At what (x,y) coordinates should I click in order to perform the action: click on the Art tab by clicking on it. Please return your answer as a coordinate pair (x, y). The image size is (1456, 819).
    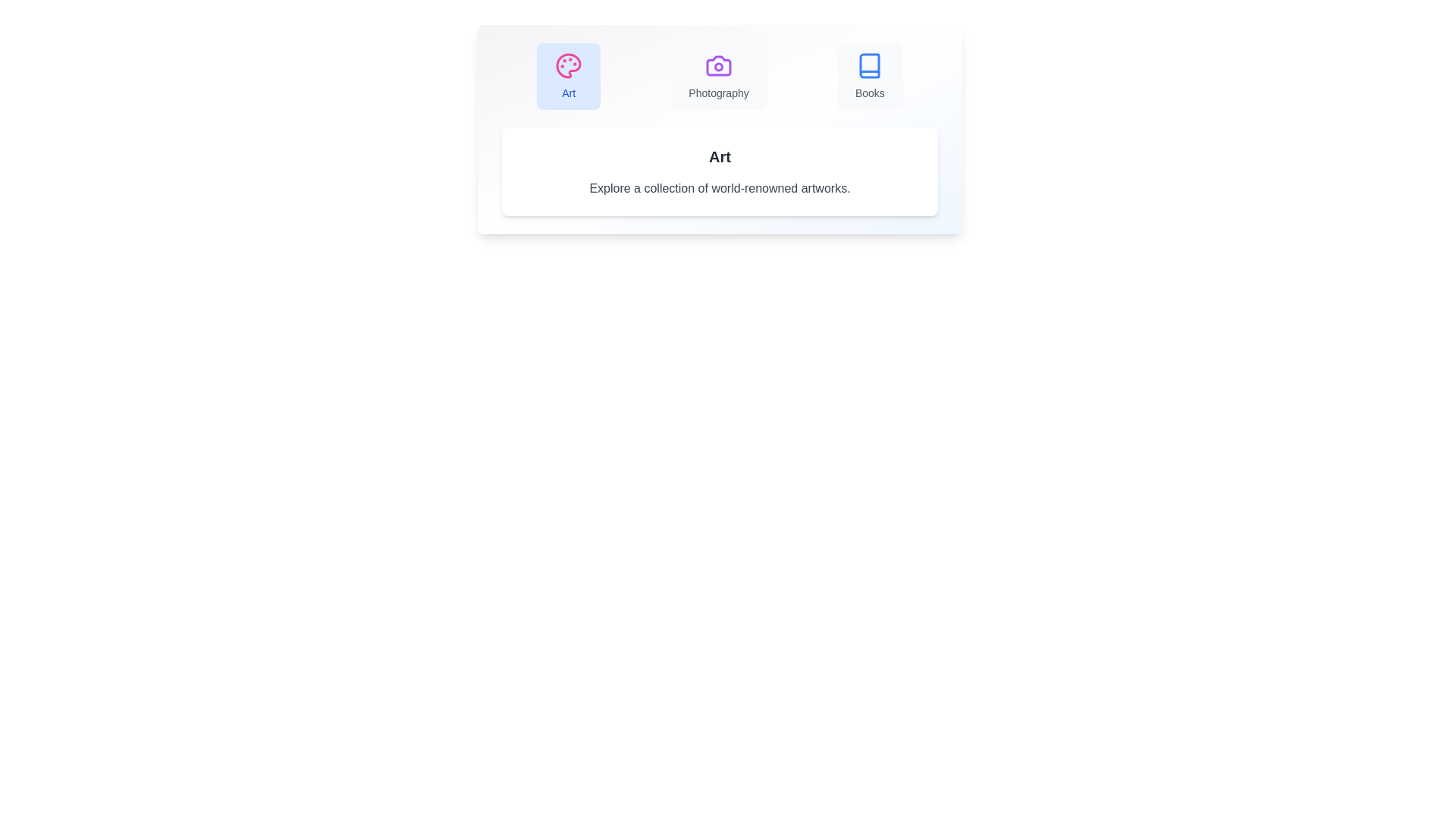
    Looking at the image, I should click on (568, 76).